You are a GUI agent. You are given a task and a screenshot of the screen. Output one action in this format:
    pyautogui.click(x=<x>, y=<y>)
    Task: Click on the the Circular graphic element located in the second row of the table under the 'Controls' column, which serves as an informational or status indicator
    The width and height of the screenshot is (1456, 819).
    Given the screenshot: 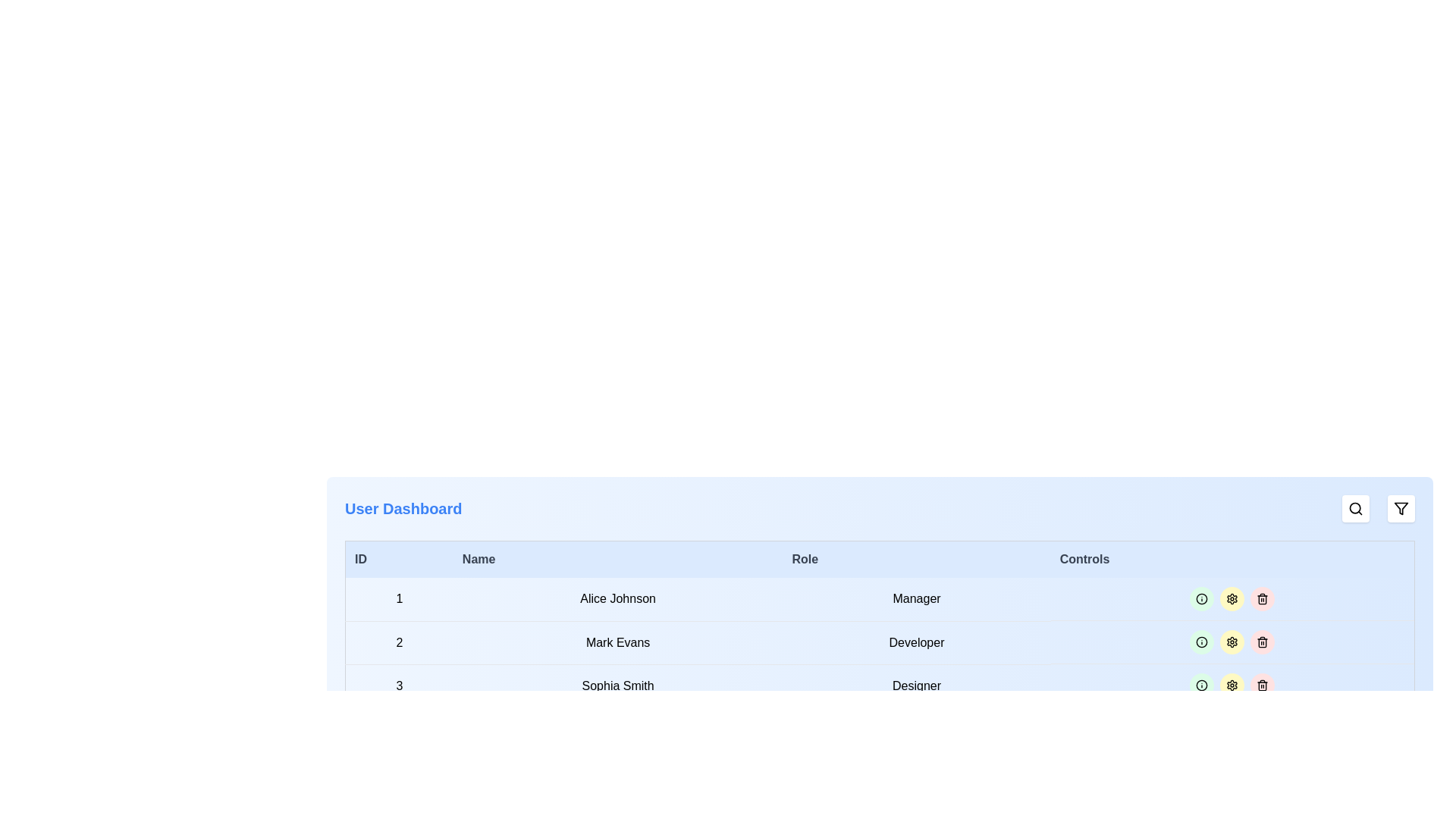 What is the action you would take?
    pyautogui.click(x=1201, y=642)
    